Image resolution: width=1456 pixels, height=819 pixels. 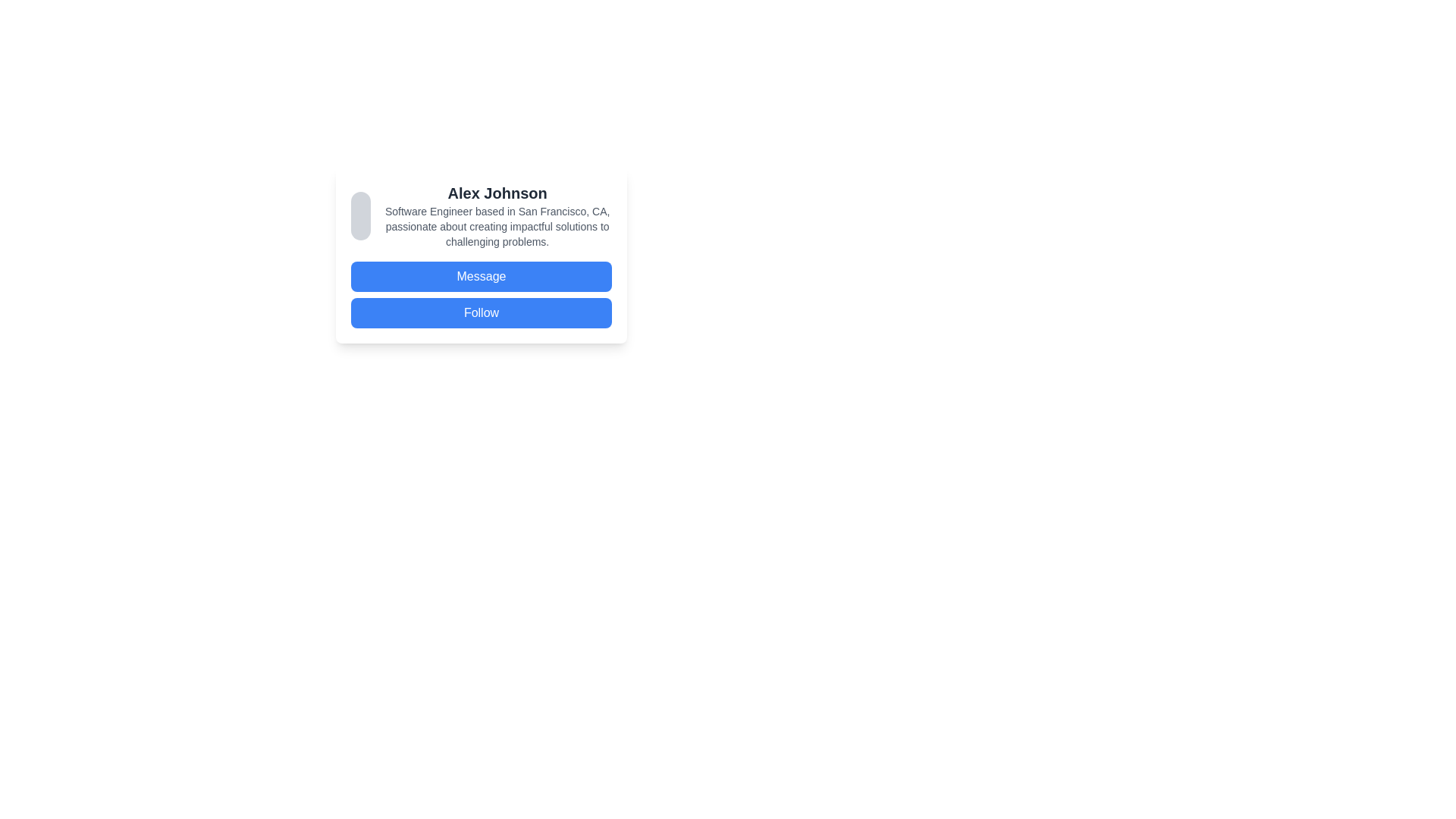 What do you see at coordinates (497, 227) in the screenshot?
I see `biographical text content located directly beneath the bolded name 'Alex Johnson' in a small, light gray font` at bounding box center [497, 227].